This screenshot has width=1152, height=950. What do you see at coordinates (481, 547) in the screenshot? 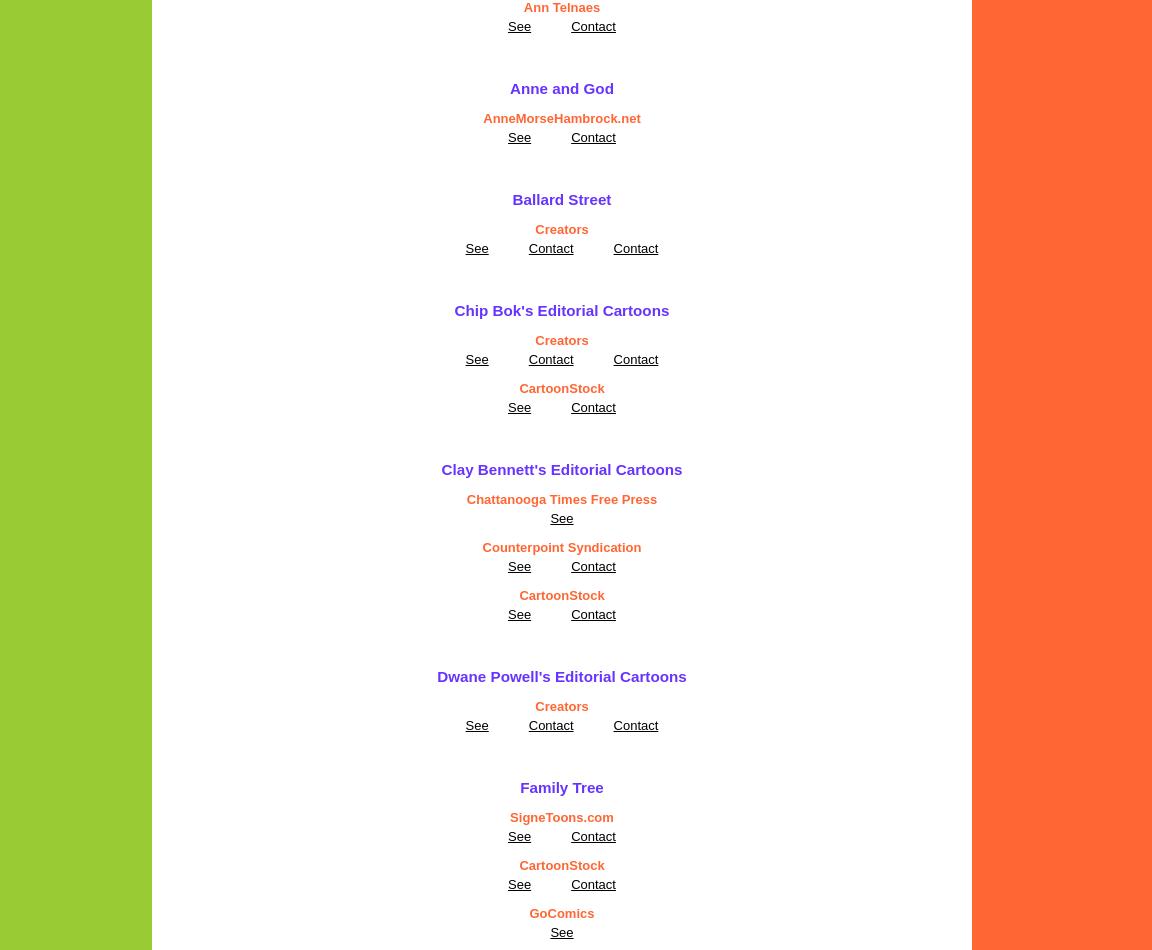
I see `'Counterpoint Syndication'` at bounding box center [481, 547].